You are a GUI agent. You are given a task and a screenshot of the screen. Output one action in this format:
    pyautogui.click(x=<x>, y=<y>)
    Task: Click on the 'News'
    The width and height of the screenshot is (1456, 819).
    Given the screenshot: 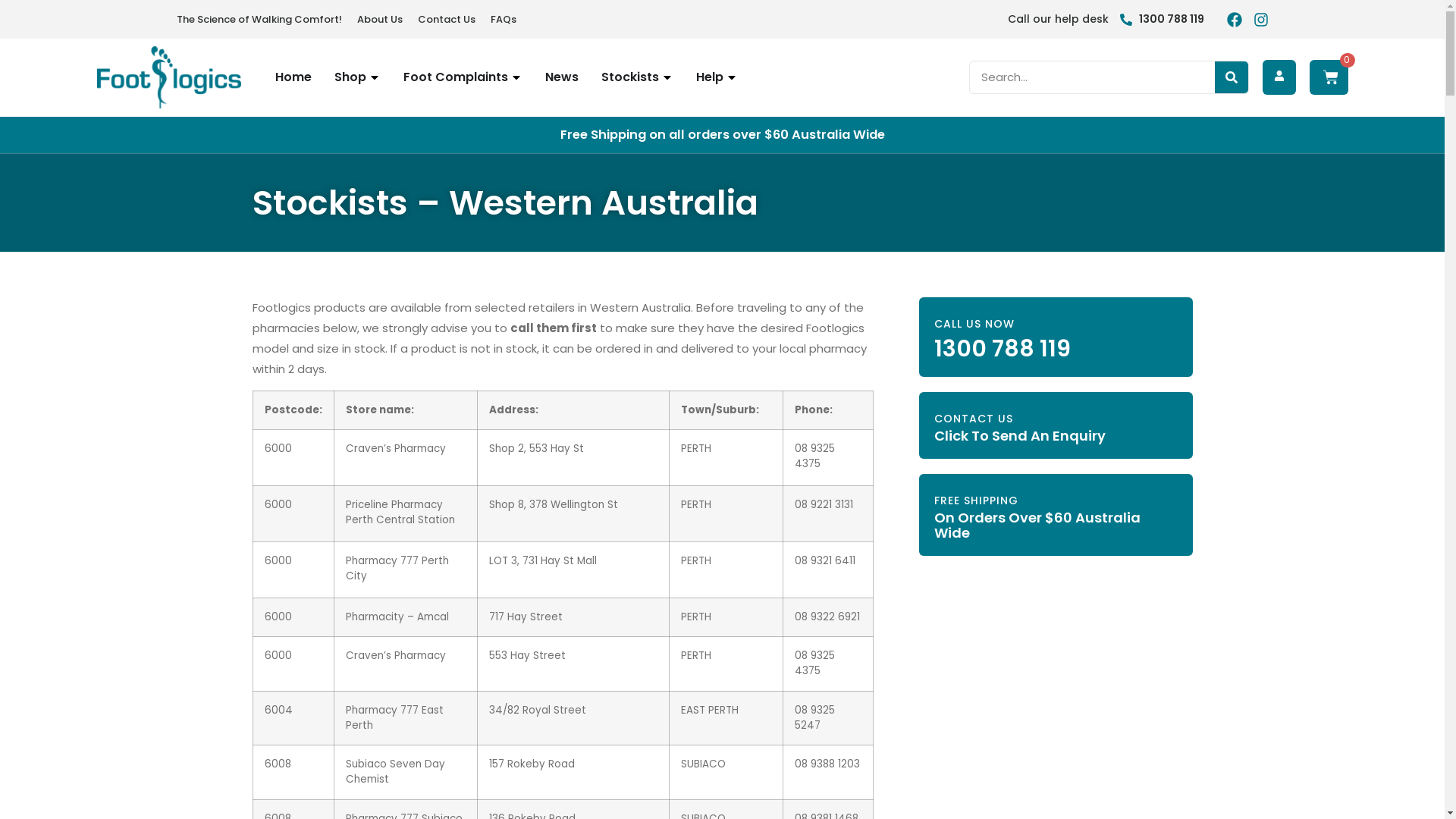 What is the action you would take?
    pyautogui.click(x=544, y=77)
    